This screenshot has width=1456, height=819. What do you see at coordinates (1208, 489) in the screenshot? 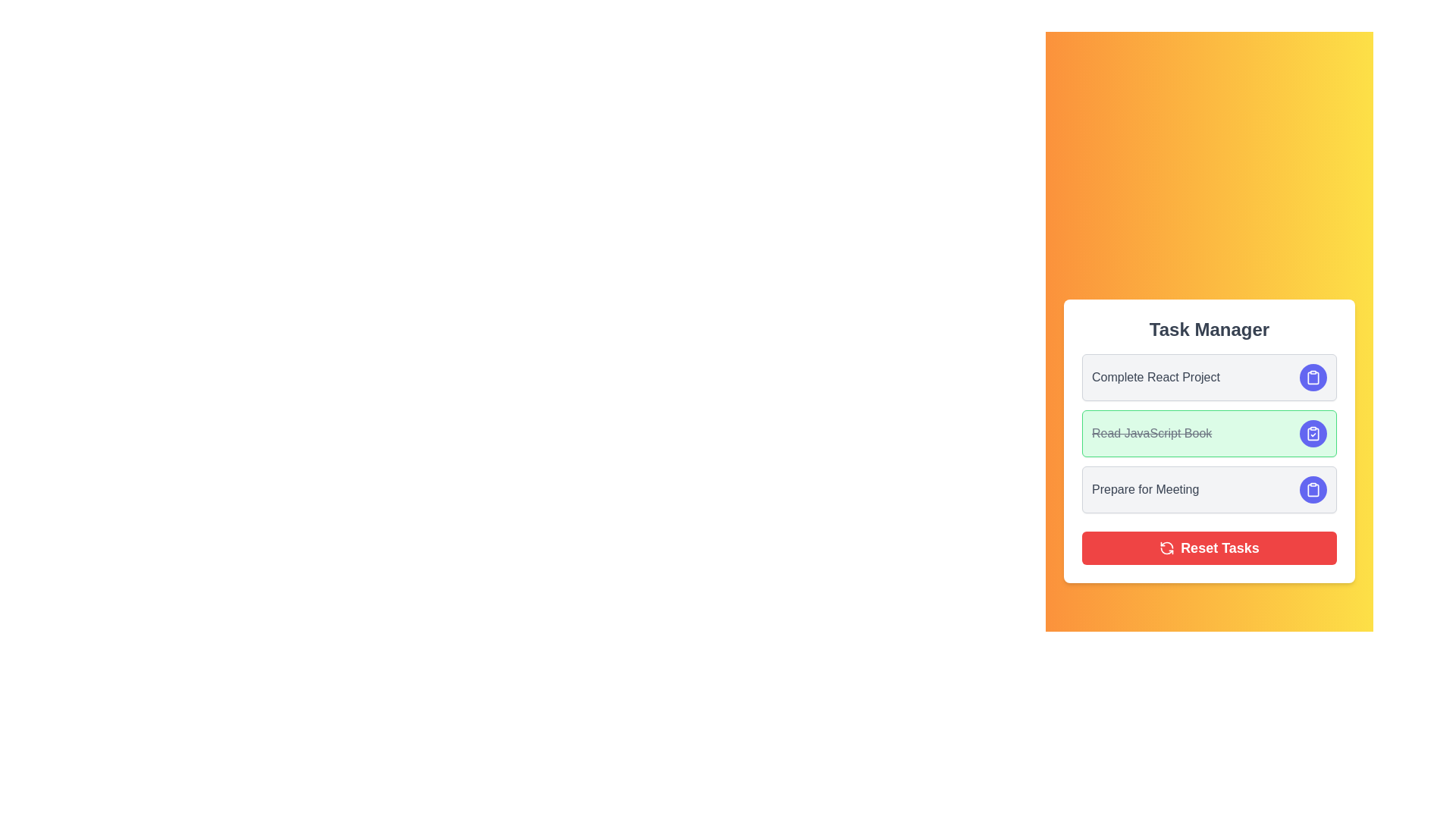
I see `the interactive button labeled 'Prepare for Meeting'` at bounding box center [1208, 489].